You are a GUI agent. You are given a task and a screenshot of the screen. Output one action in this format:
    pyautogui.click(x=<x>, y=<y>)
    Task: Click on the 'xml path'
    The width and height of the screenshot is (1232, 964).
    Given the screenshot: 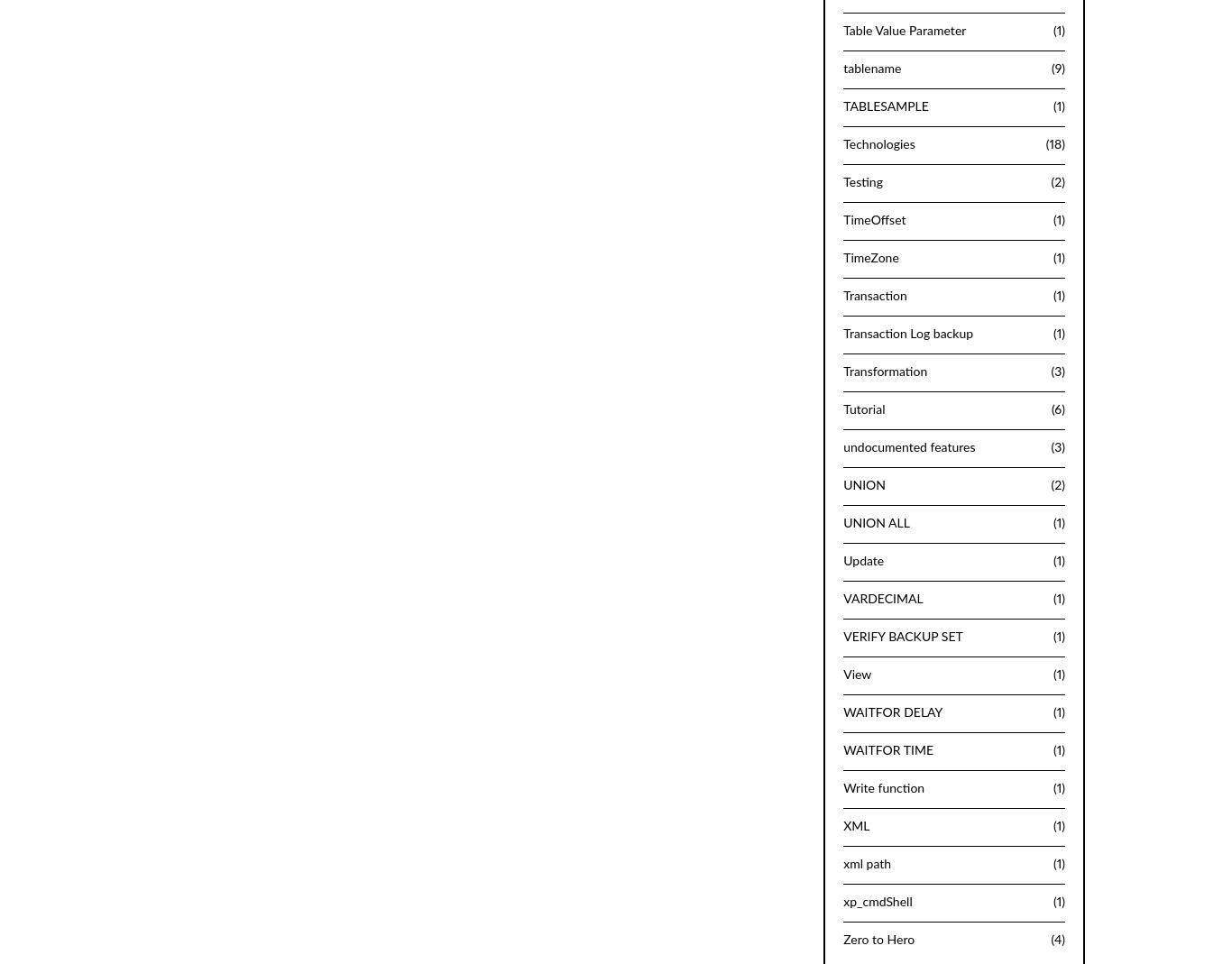 What is the action you would take?
    pyautogui.click(x=867, y=863)
    